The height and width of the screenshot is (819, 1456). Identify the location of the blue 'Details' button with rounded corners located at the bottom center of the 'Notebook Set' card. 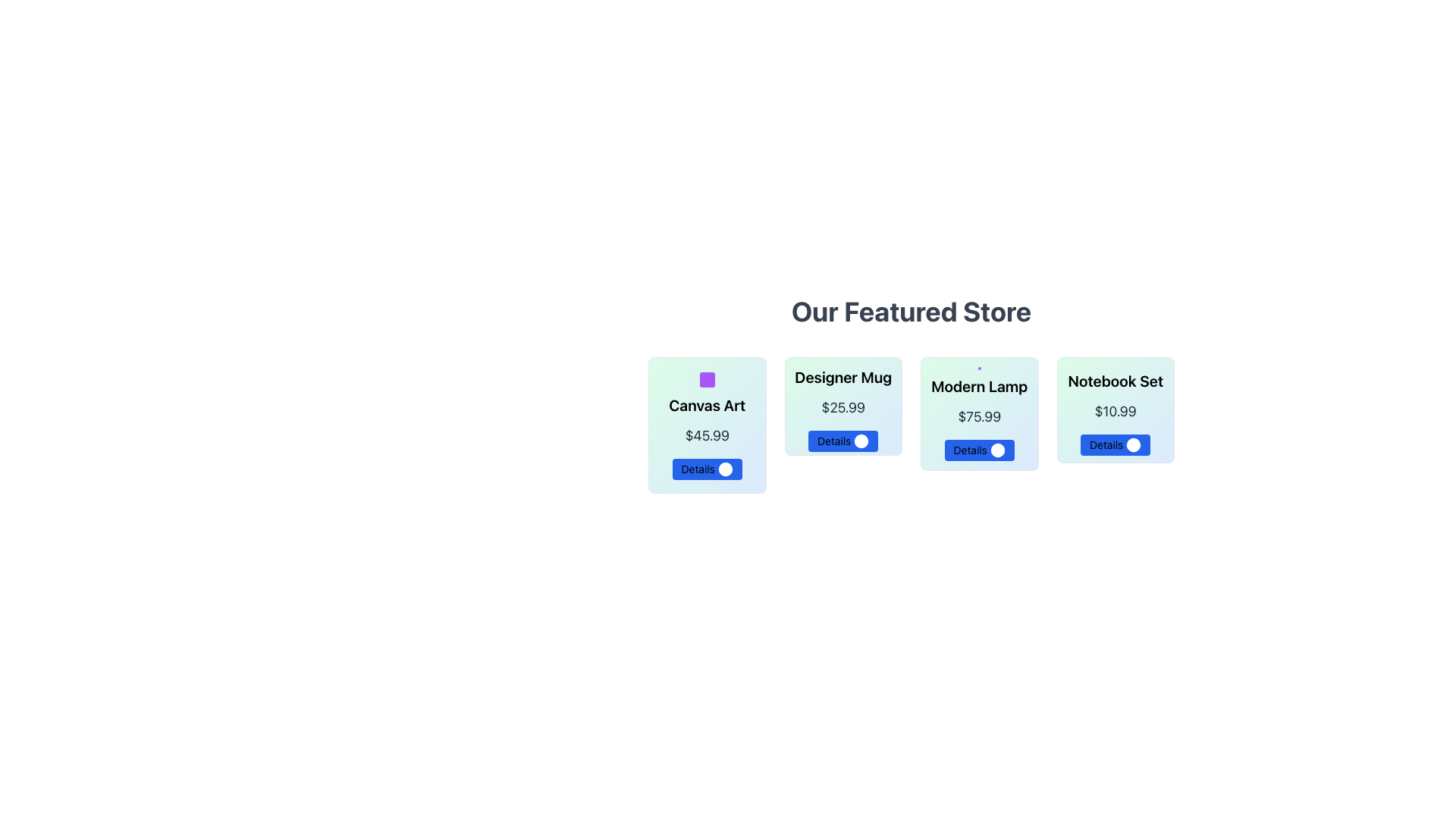
(1116, 444).